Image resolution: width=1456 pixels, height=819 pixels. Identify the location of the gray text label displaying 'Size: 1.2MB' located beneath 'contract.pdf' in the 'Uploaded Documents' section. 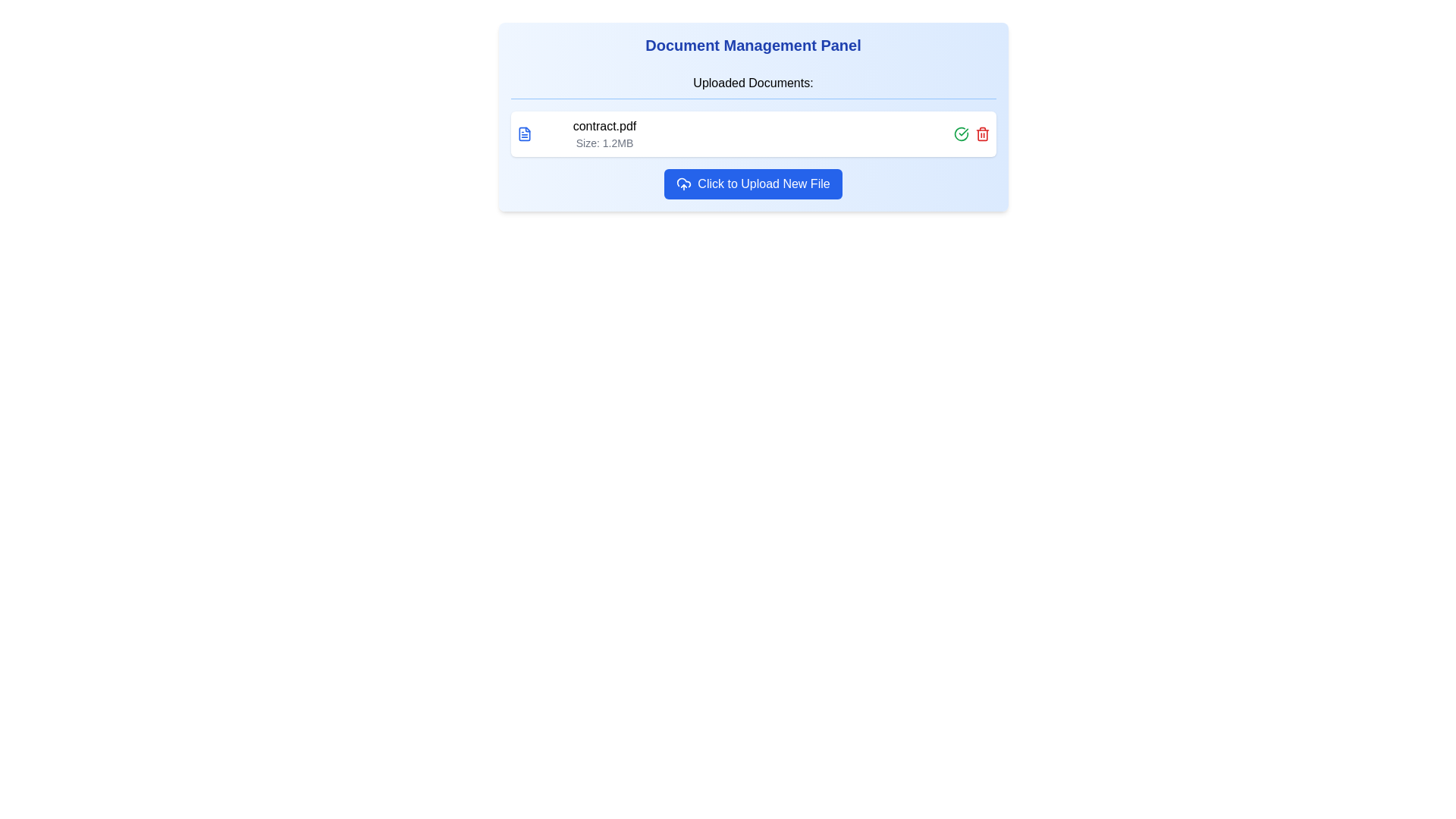
(604, 143).